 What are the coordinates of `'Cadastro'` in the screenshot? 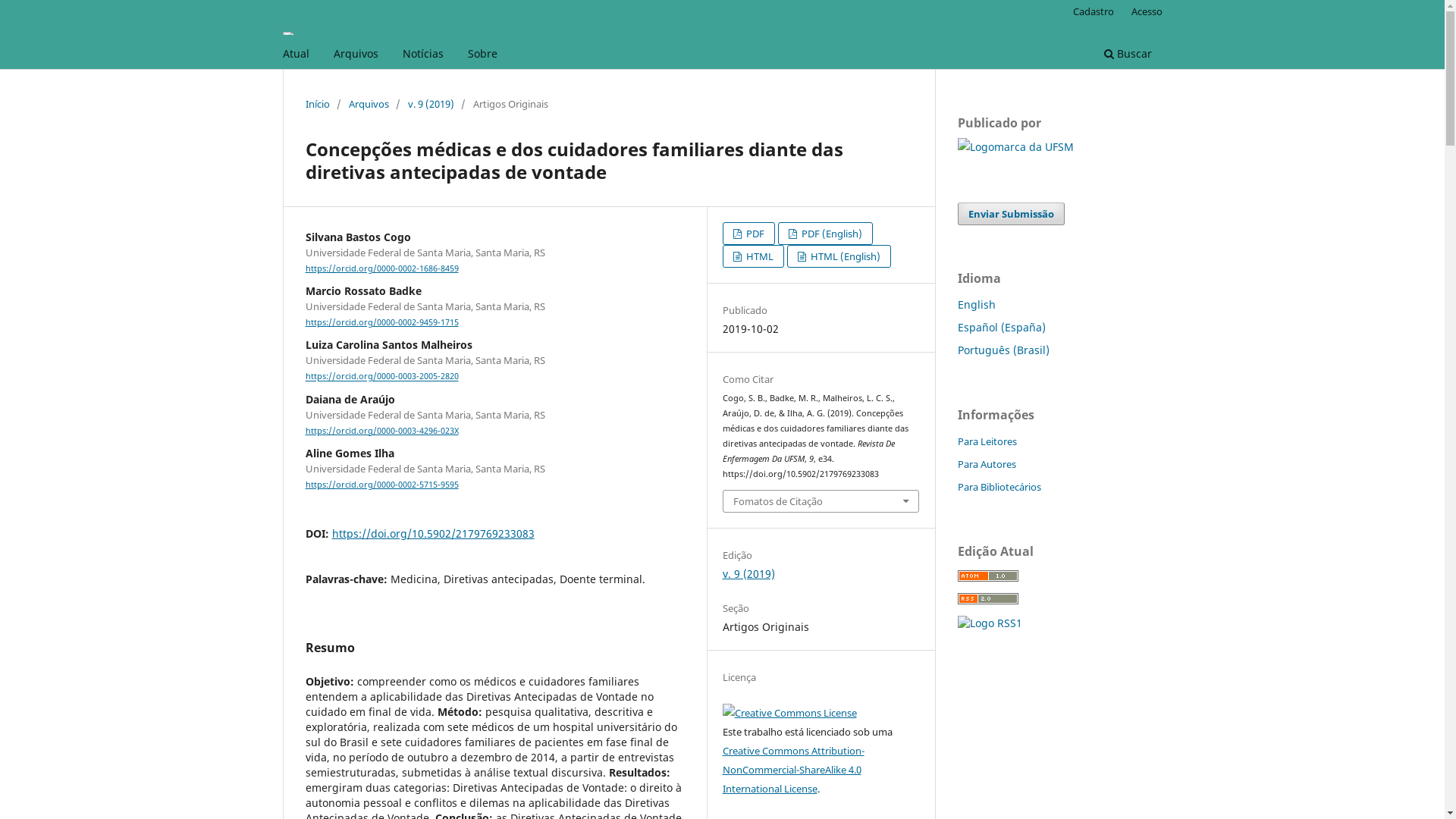 It's located at (1065, 11).